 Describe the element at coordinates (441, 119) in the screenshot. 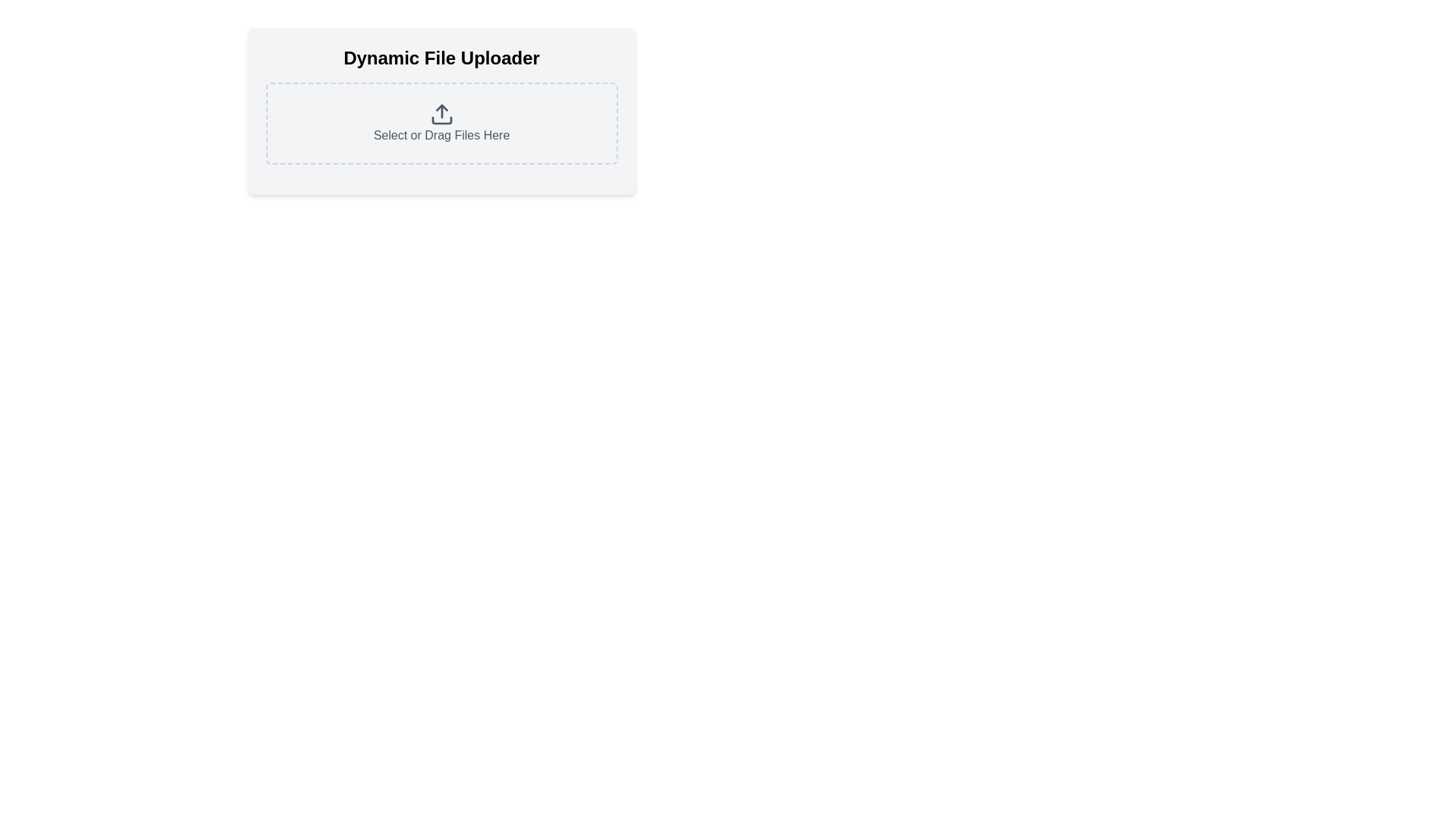

I see `the bottom part of the upload symbol in the SVG icon, which resembles a horizontally elongated rectangular shape with curved ends, indicating the base of the upload arrow` at that location.